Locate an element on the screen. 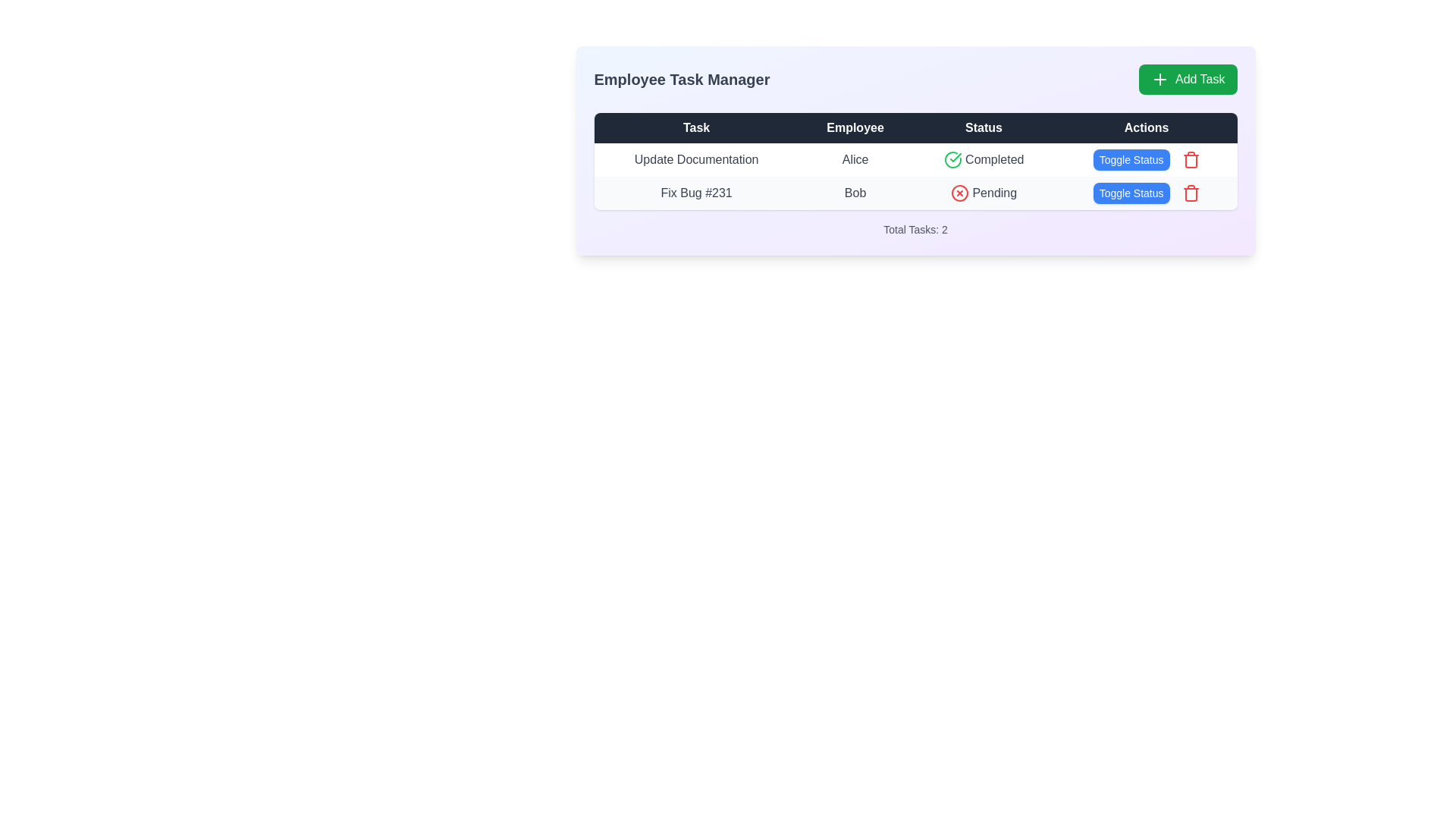 This screenshot has height=819, width=1456. the 'Toggle Status' button, which is a rectangular button with a blue background and white text located in the second row of the 'Actions' column of the task list is located at coordinates (1147, 192).